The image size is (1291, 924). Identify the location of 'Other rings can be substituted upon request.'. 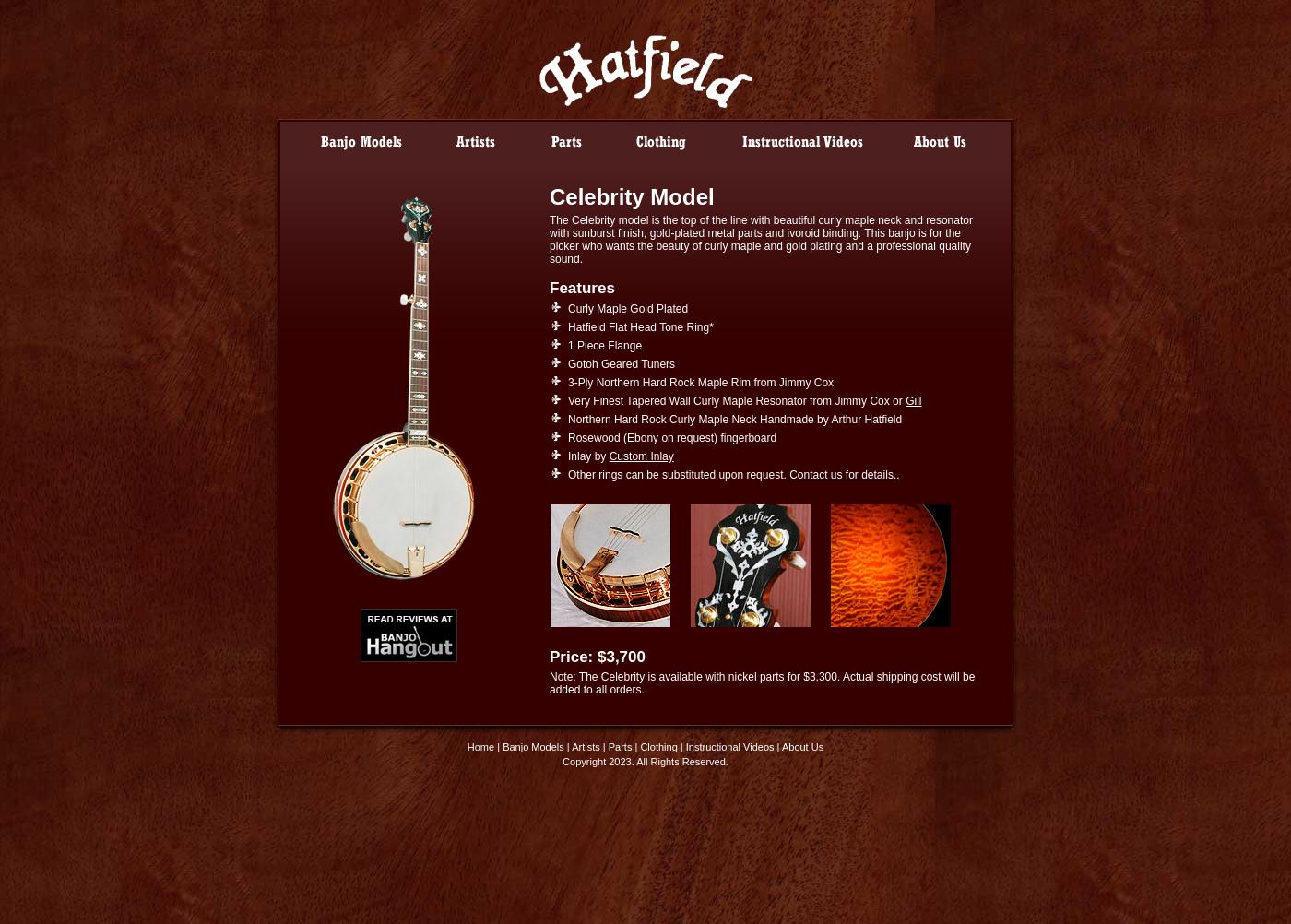
(678, 475).